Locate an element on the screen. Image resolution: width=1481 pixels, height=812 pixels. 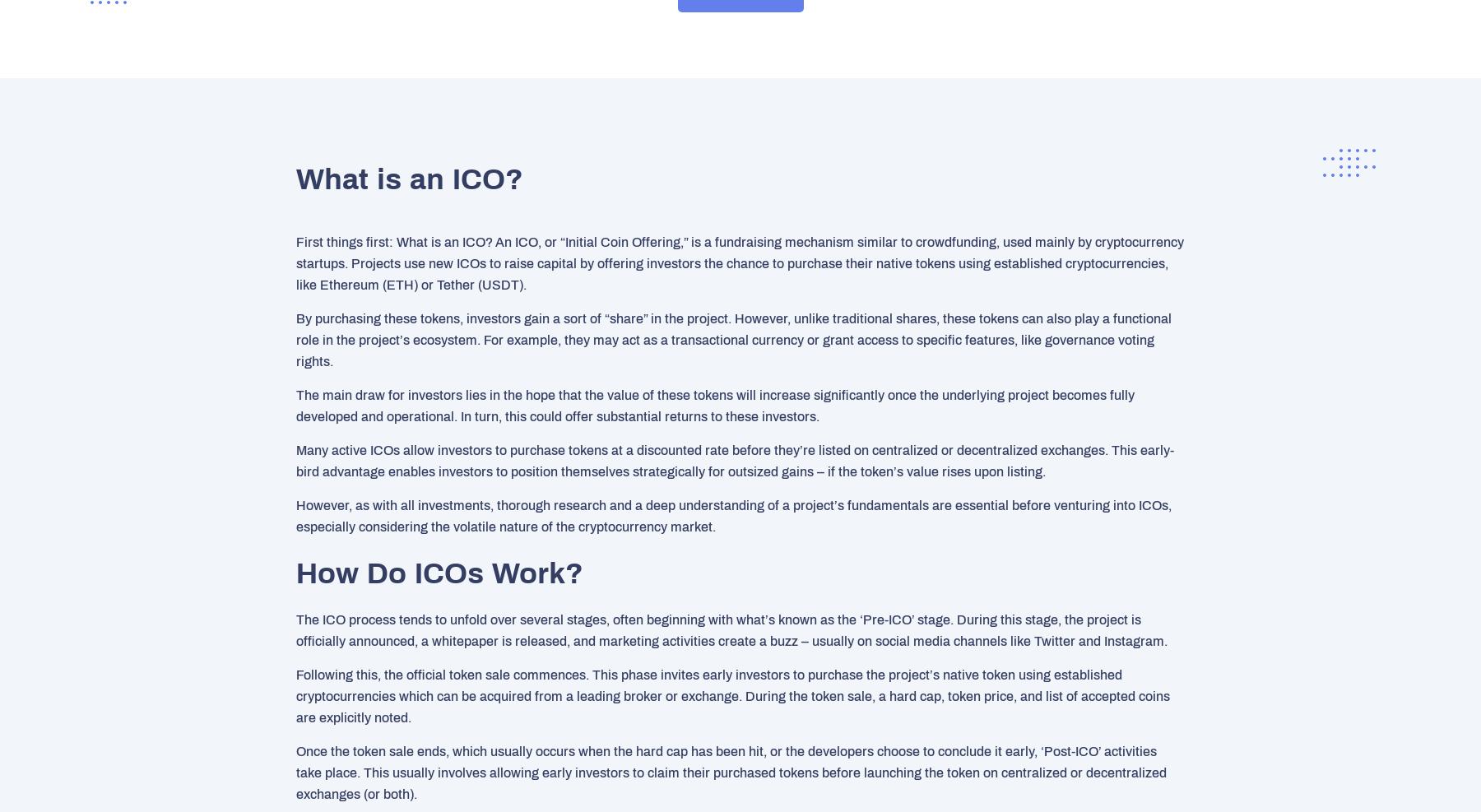
'Following this, the official token sale commences. This phase invites early investors to purchase the project’s native token using established cryptocurrencies which can be acquired from a leading broker or exchange. During the token sale, a hard cap, token price, and list of accepted coins are explicitly noted.' is located at coordinates (733, 695).